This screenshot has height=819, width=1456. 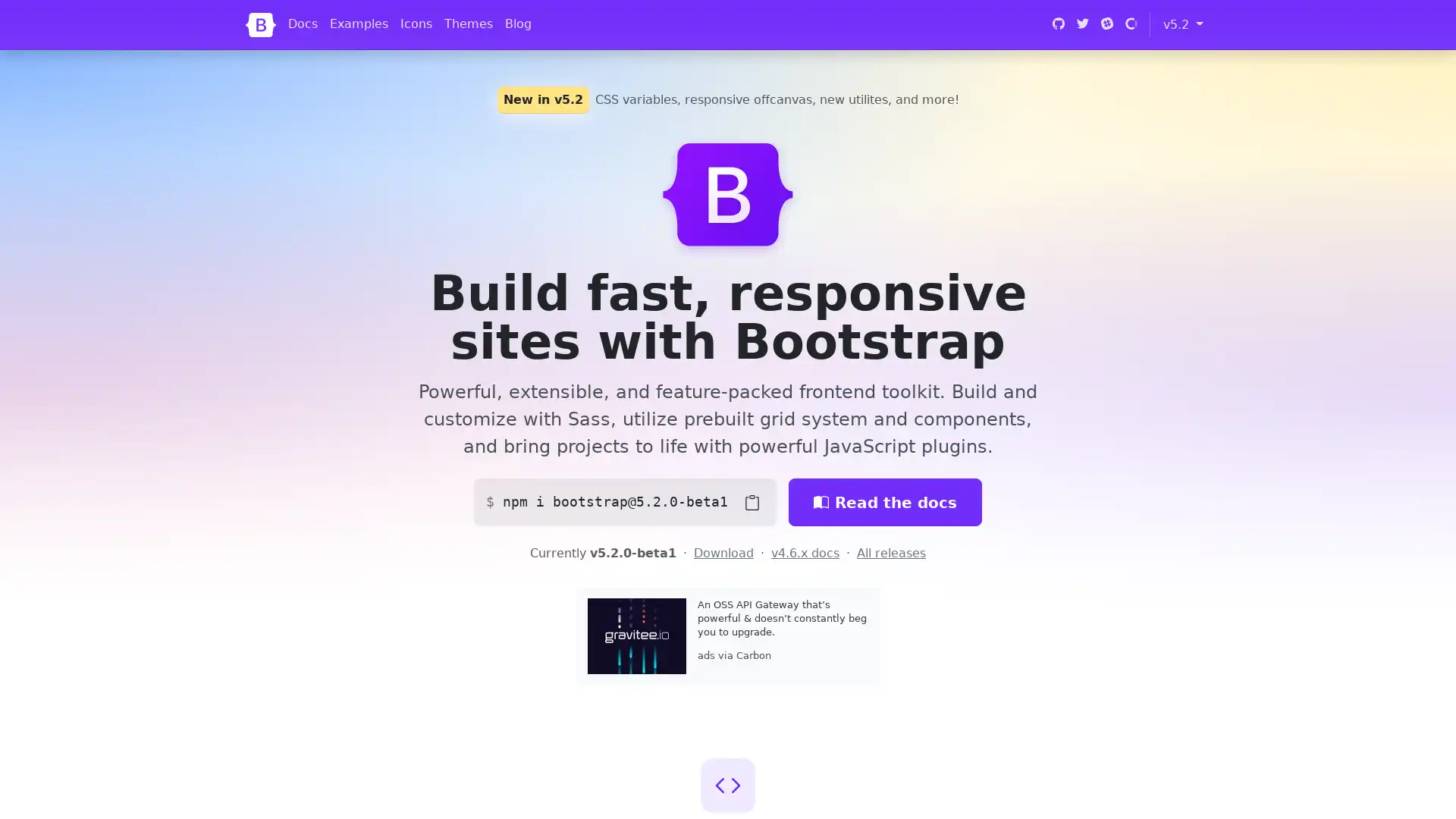 What do you see at coordinates (1182, 25) in the screenshot?
I see `v5.2` at bounding box center [1182, 25].